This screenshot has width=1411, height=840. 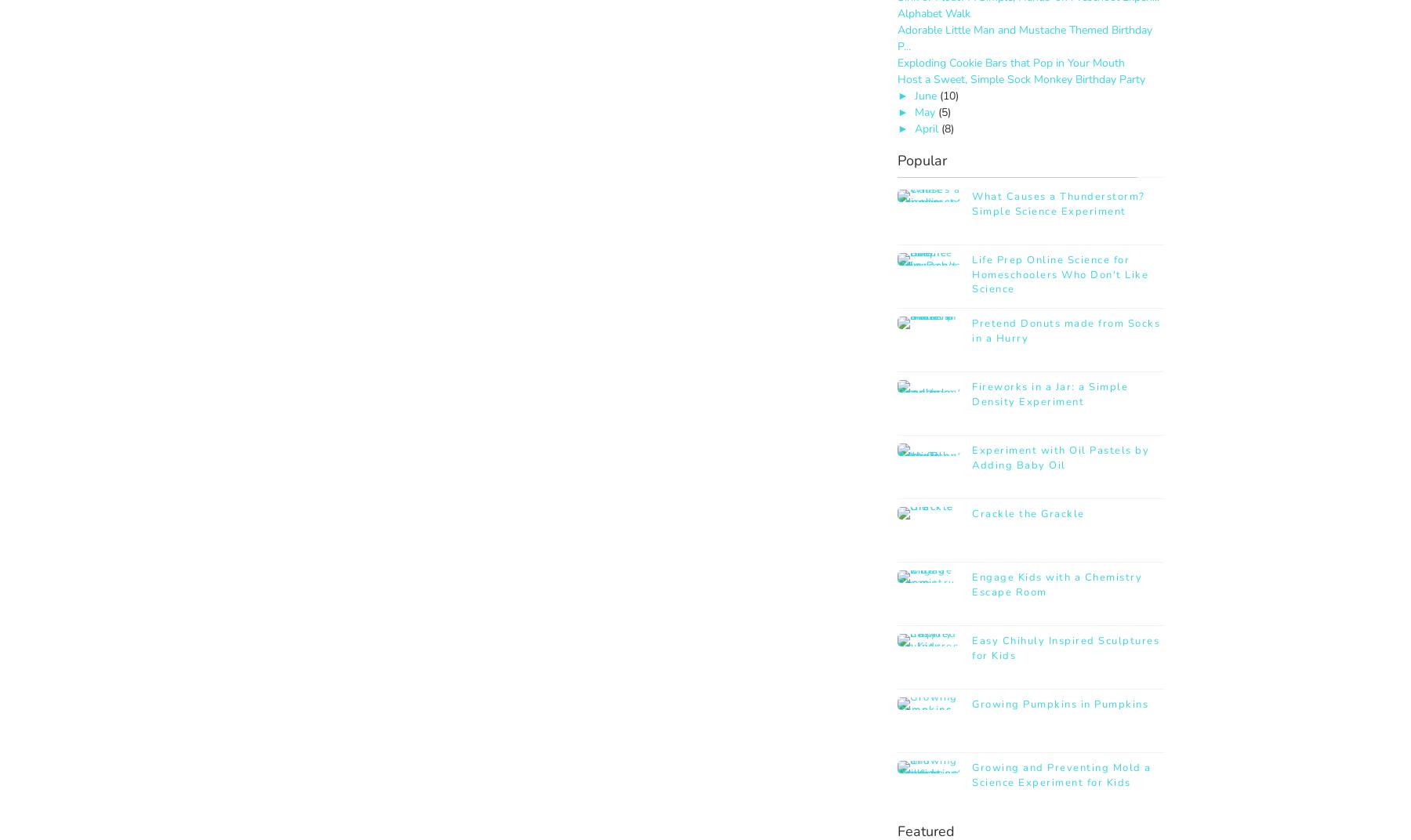 I want to click on '(5)', so click(x=943, y=111).